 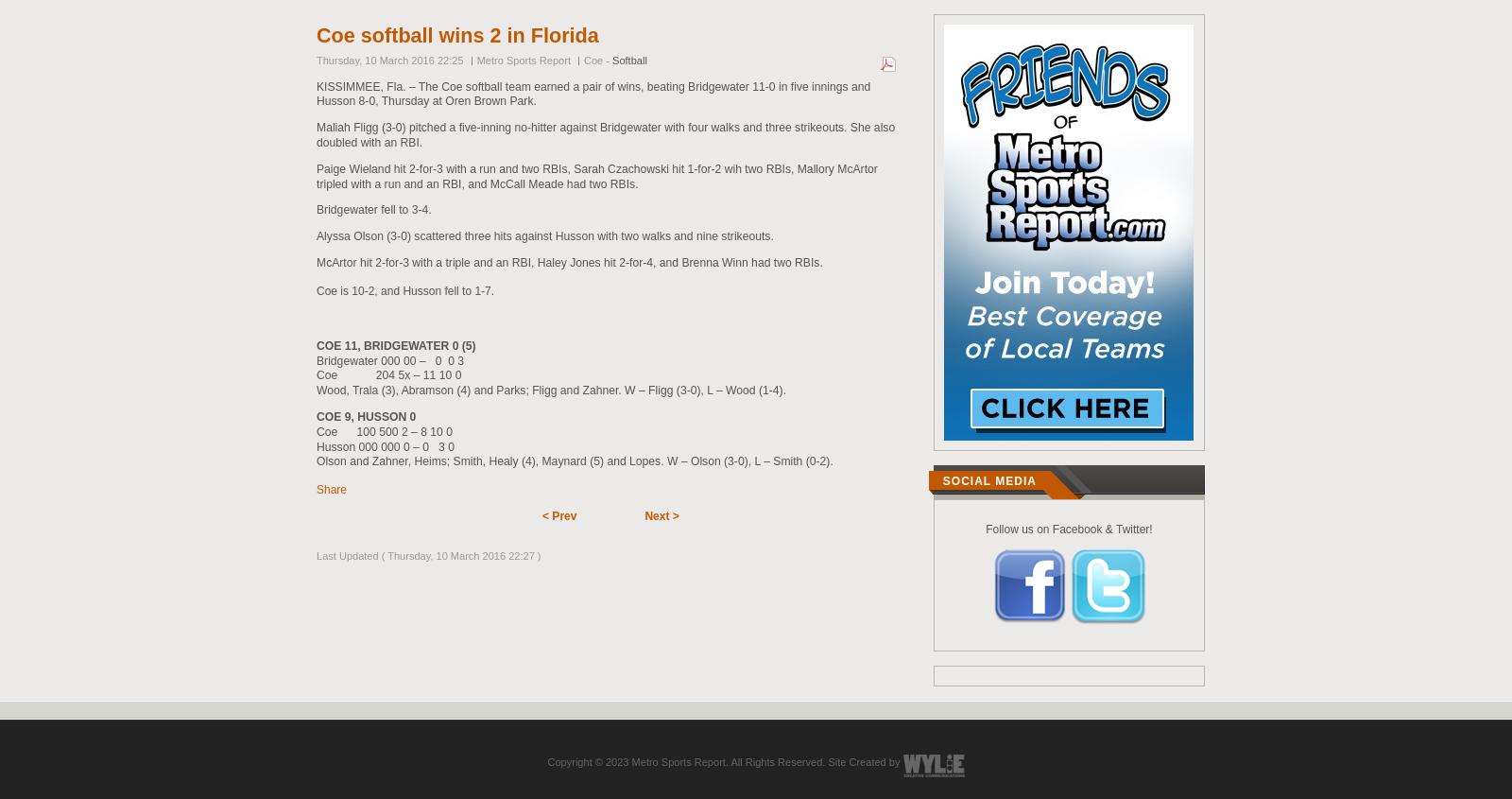 What do you see at coordinates (388, 359) in the screenshot?
I see `'Bridgewater 000 00 –   0  0 3'` at bounding box center [388, 359].